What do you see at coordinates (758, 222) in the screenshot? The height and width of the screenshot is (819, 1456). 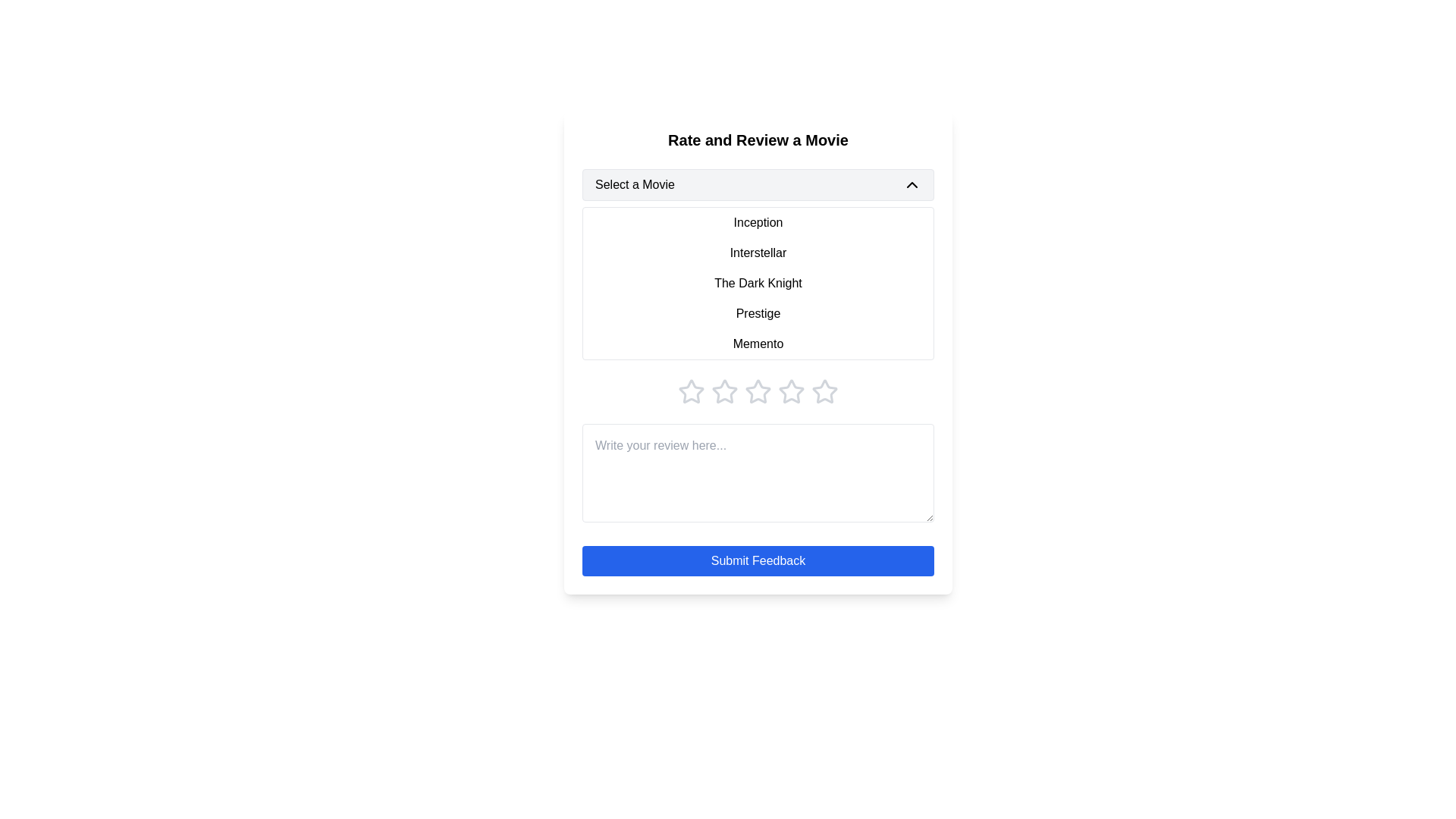 I see `the first option in the movie selection dropdown list labeled 'Select a Movie'` at bounding box center [758, 222].